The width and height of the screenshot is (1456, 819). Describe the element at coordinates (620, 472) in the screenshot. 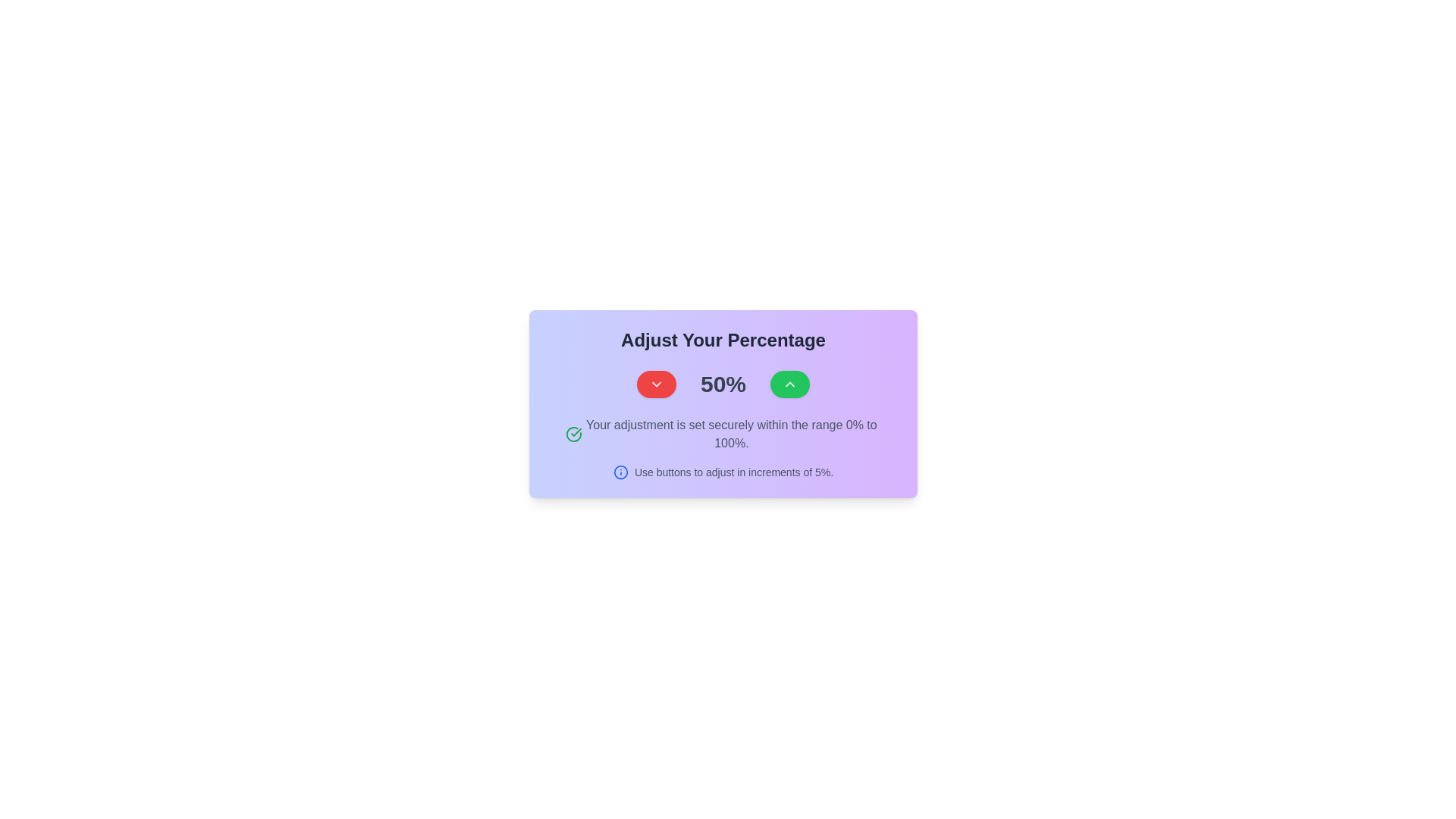

I see `the circular graphical element that serves as a visual representation in the bottom-left text section of the card widget describing adjustment instructions` at that location.